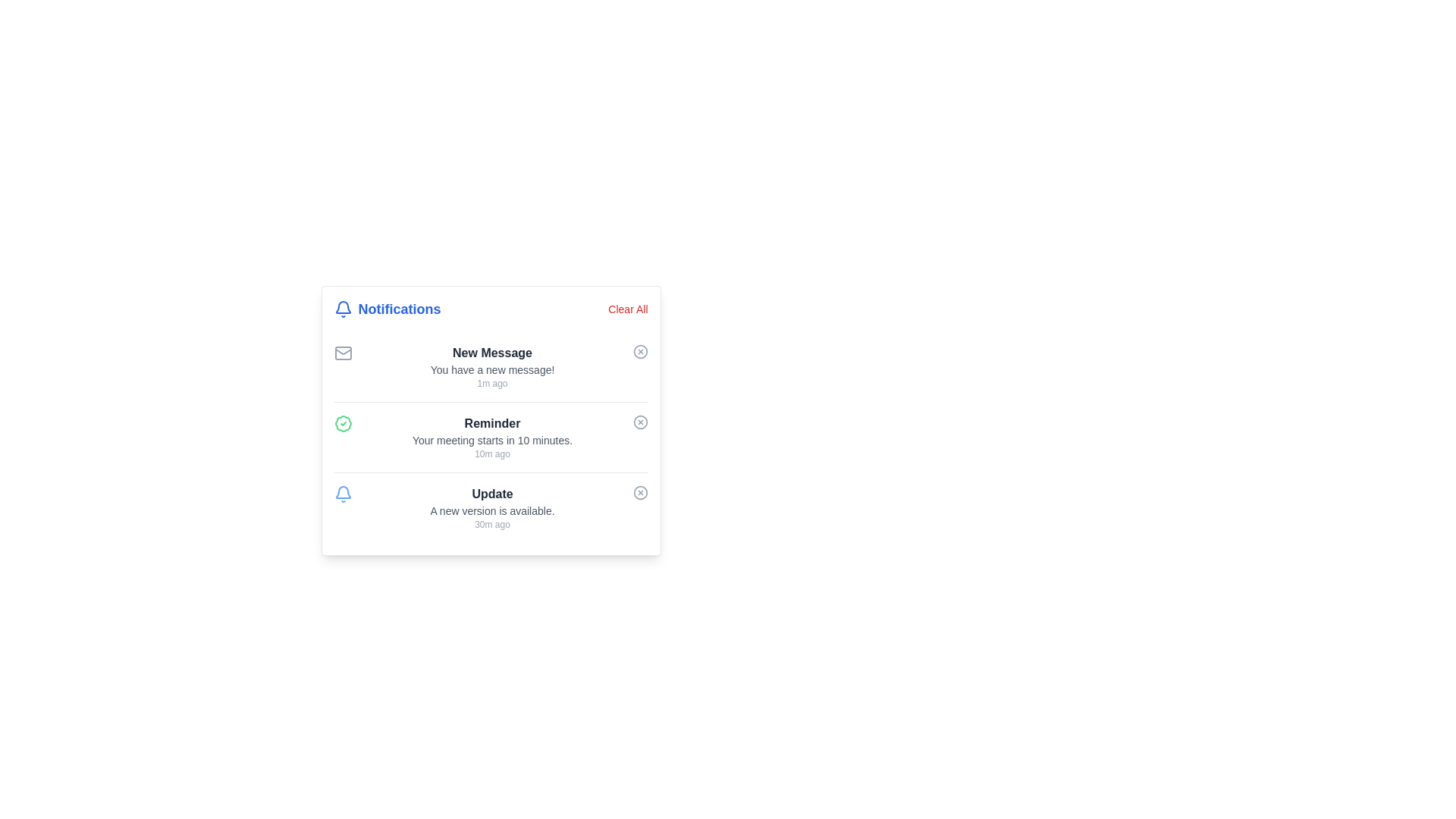 This screenshot has height=819, width=1456. I want to click on the bold text label 'New Message' which is prominently positioned at the top of a notification interface, so click(492, 353).